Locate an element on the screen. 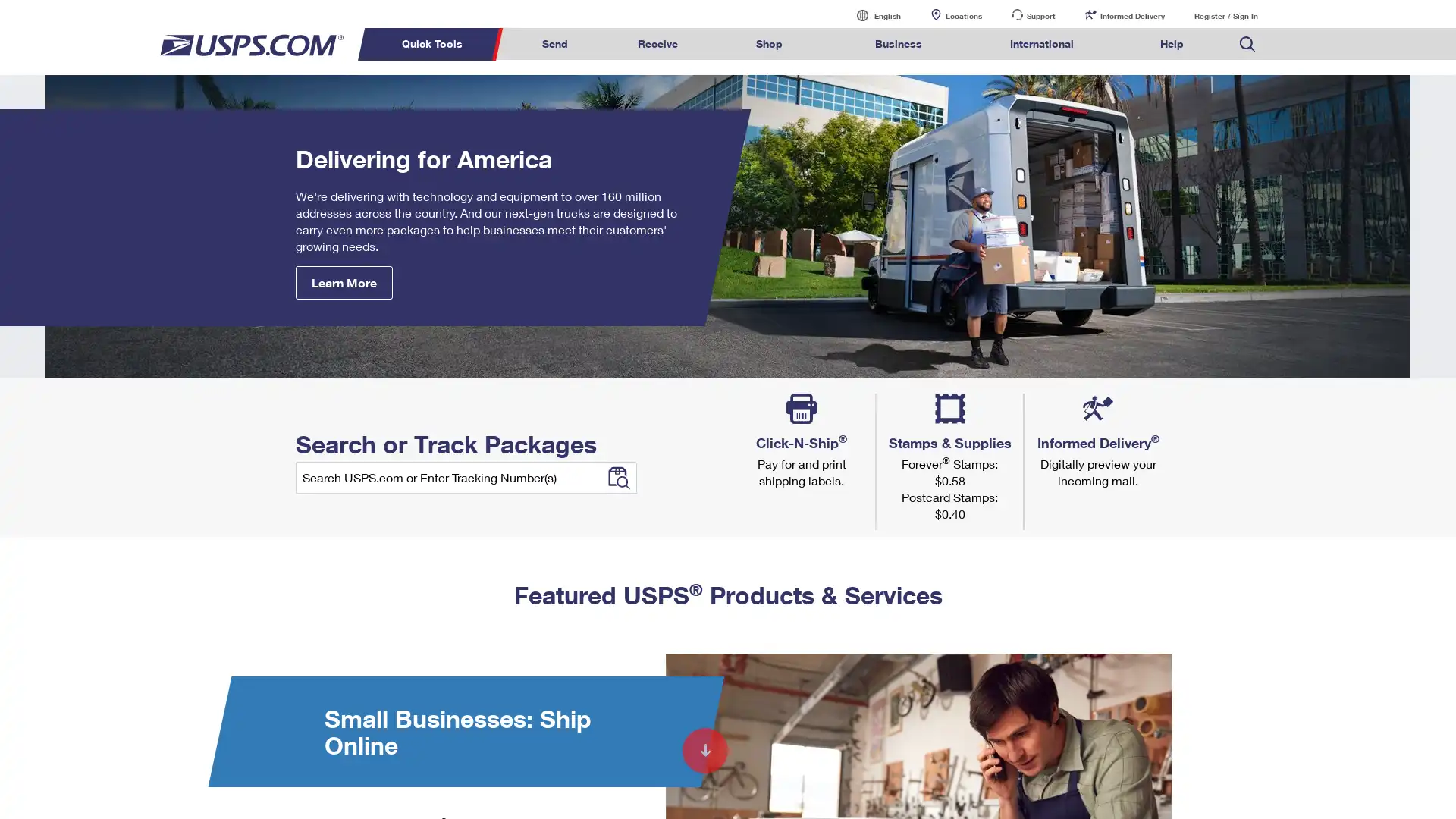 This screenshot has width=1456, height=819. Search is located at coordinates (617, 476).